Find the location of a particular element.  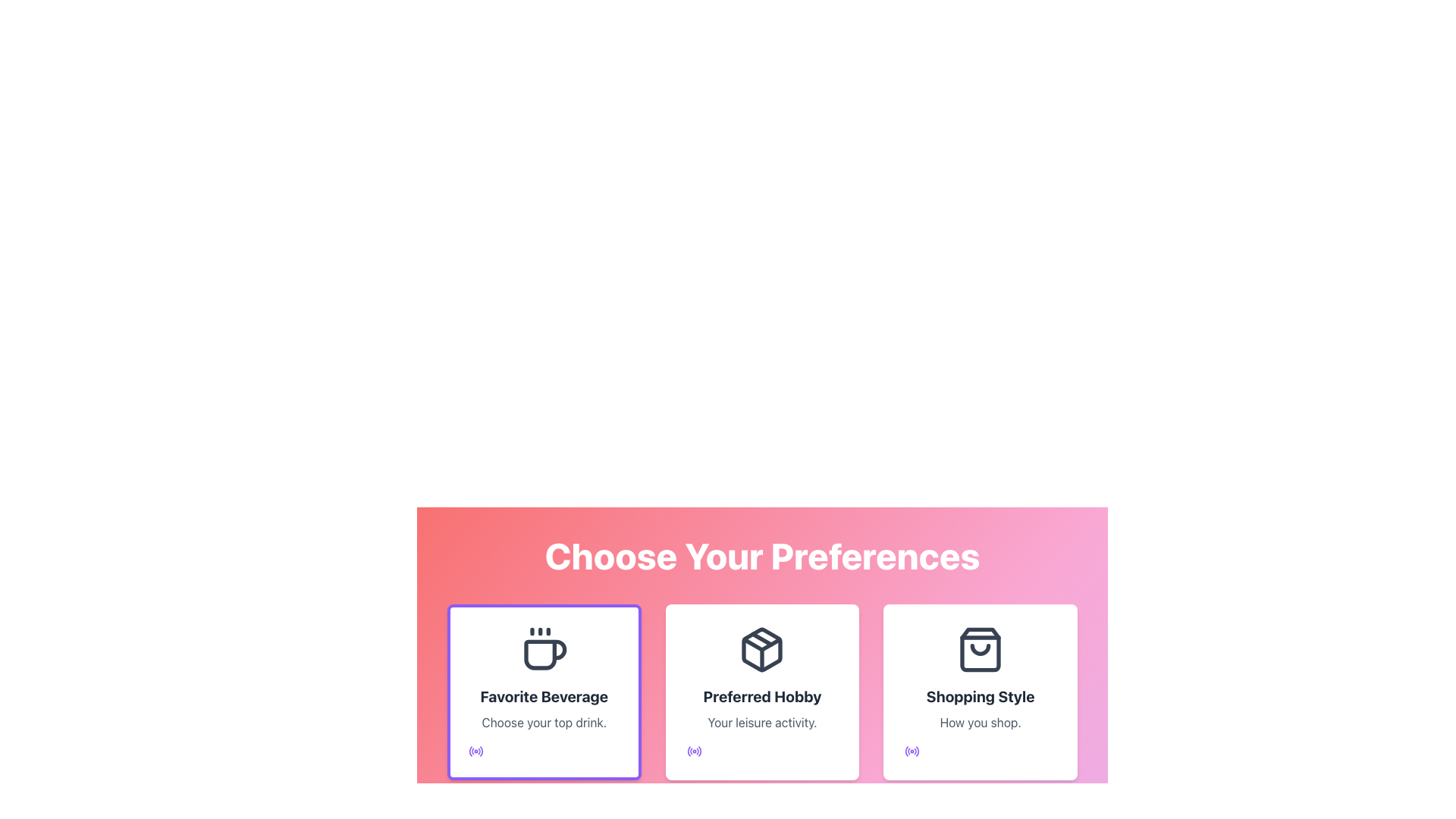

information displayed in the text label that says 'How you shop.' which is styled with a base text size and gray color, located under the 'Shopping Style' label in the third column of a three-column grid is located at coordinates (981, 721).